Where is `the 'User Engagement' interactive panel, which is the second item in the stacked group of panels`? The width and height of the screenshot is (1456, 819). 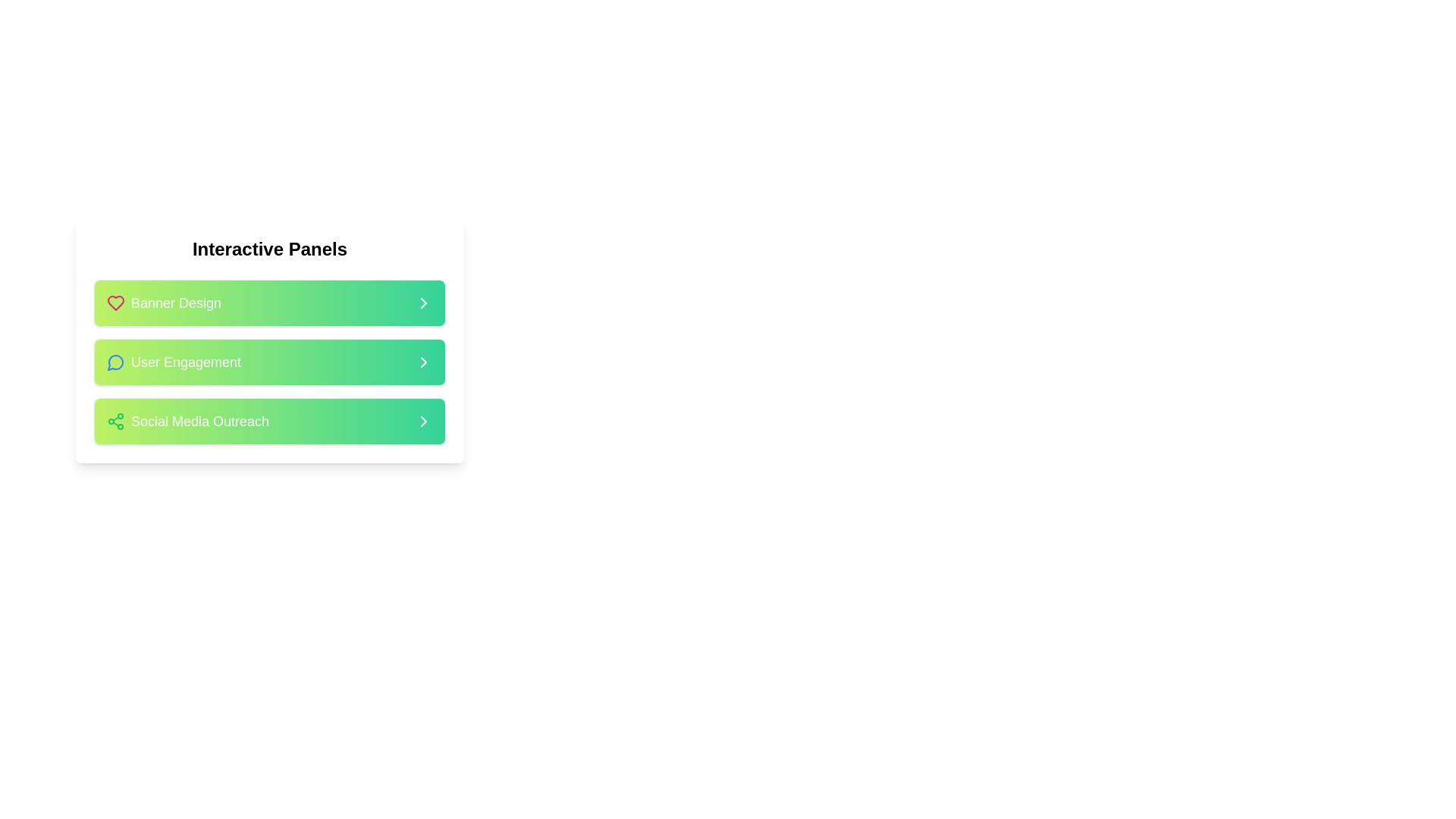 the 'User Engagement' interactive panel, which is the second item in the stacked group of panels is located at coordinates (174, 362).